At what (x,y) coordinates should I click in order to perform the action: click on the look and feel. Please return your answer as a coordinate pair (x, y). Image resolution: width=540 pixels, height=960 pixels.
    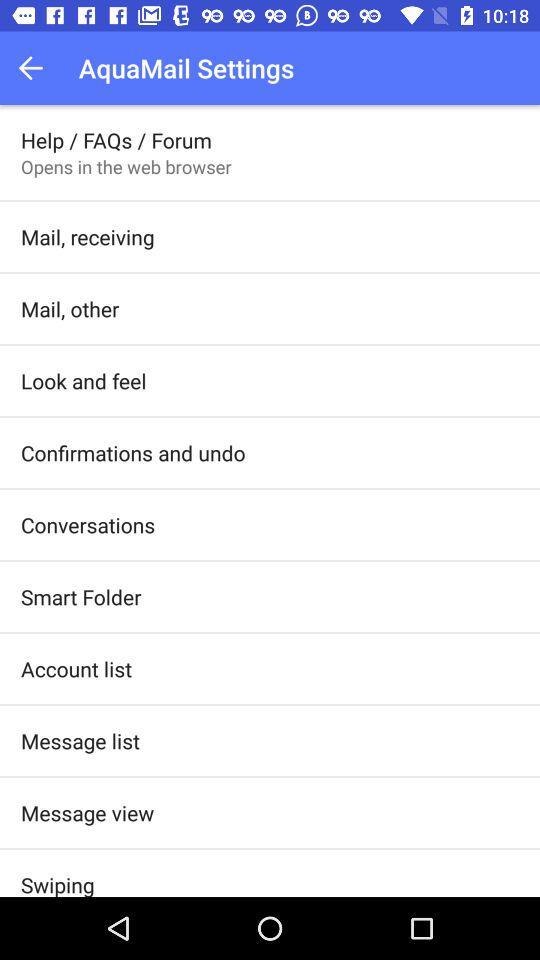
    Looking at the image, I should click on (82, 380).